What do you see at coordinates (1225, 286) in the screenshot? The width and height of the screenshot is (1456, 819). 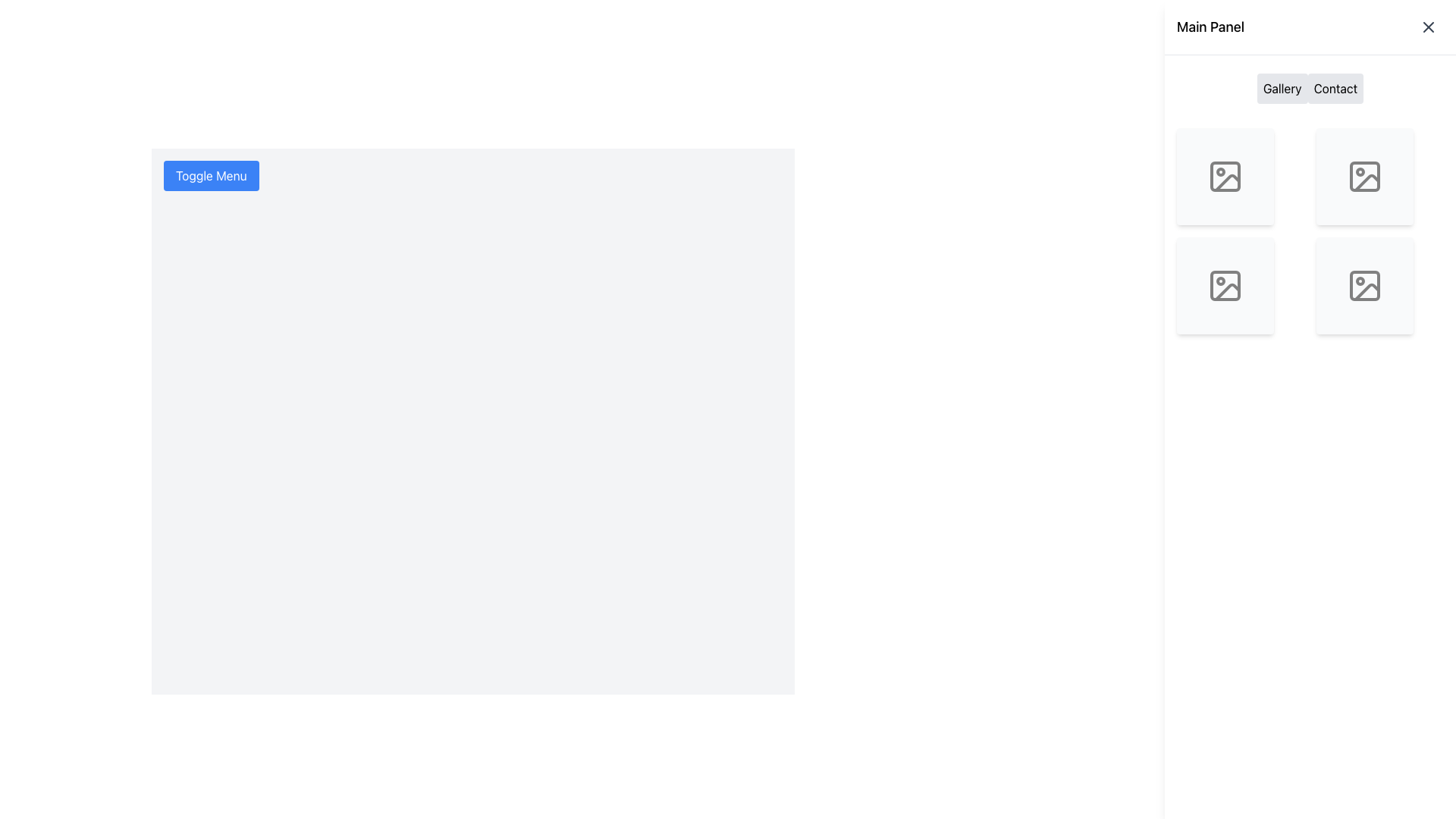 I see `the image placeholder icon located in the bottom-left cell of a 2x2 grid in the 'Gallery' section of the 'Main Panel'` at bounding box center [1225, 286].